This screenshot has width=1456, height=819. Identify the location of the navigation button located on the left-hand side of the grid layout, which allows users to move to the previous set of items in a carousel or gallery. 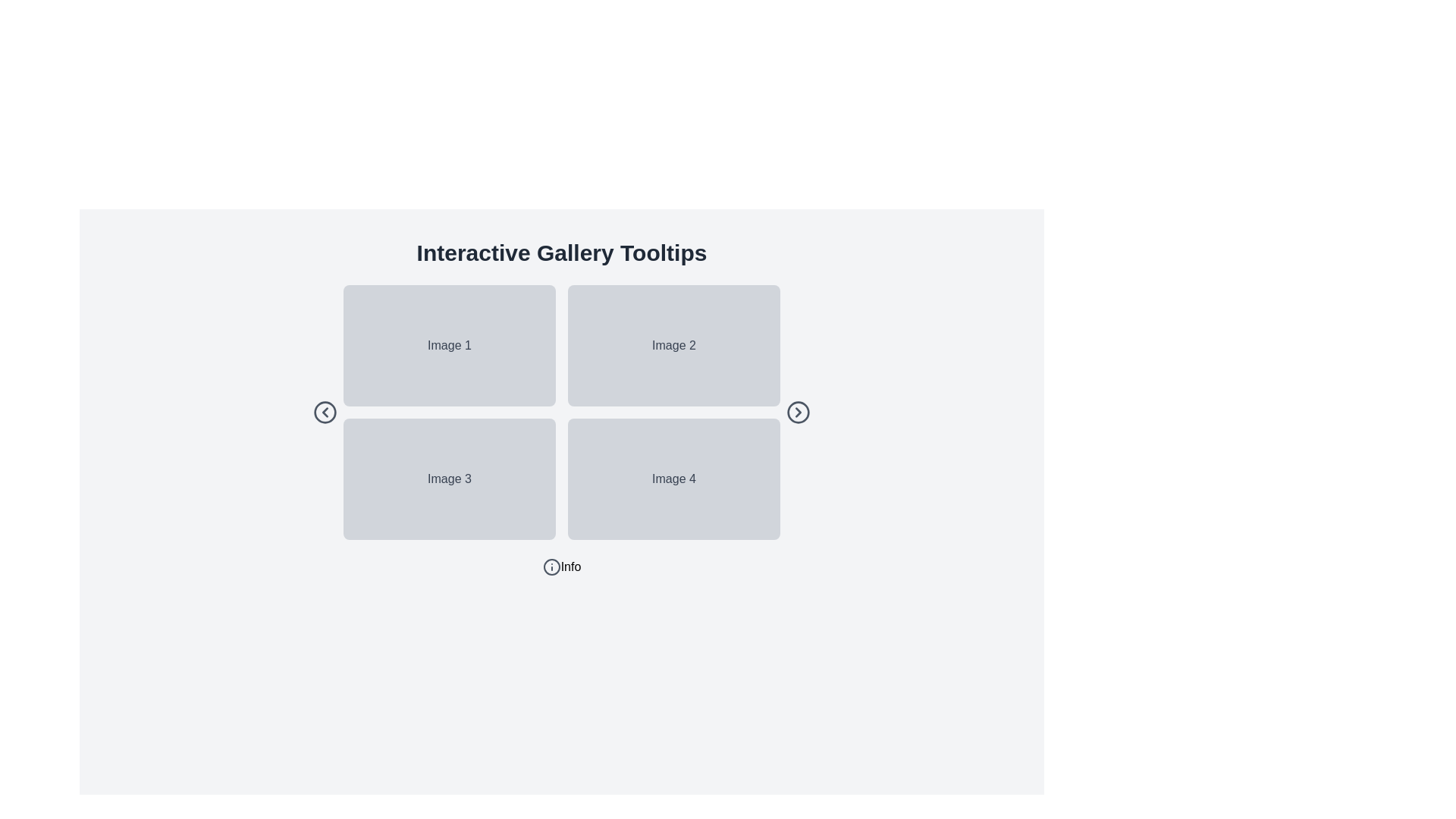
(324, 412).